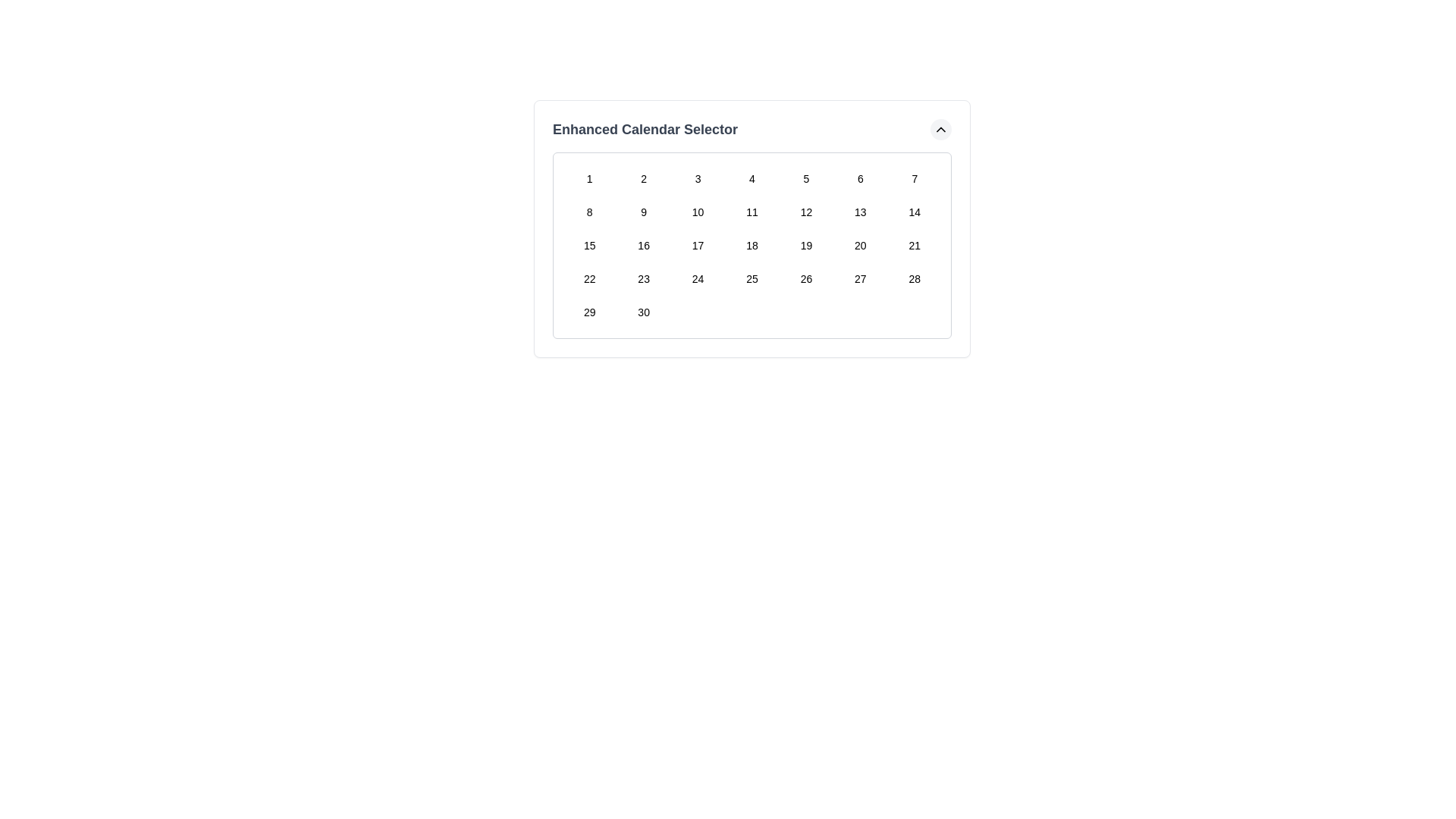 This screenshot has height=819, width=1456. What do you see at coordinates (940, 128) in the screenshot?
I see `the small upward-pointing chevron icon located in the top-right corner of the calendar interface` at bounding box center [940, 128].